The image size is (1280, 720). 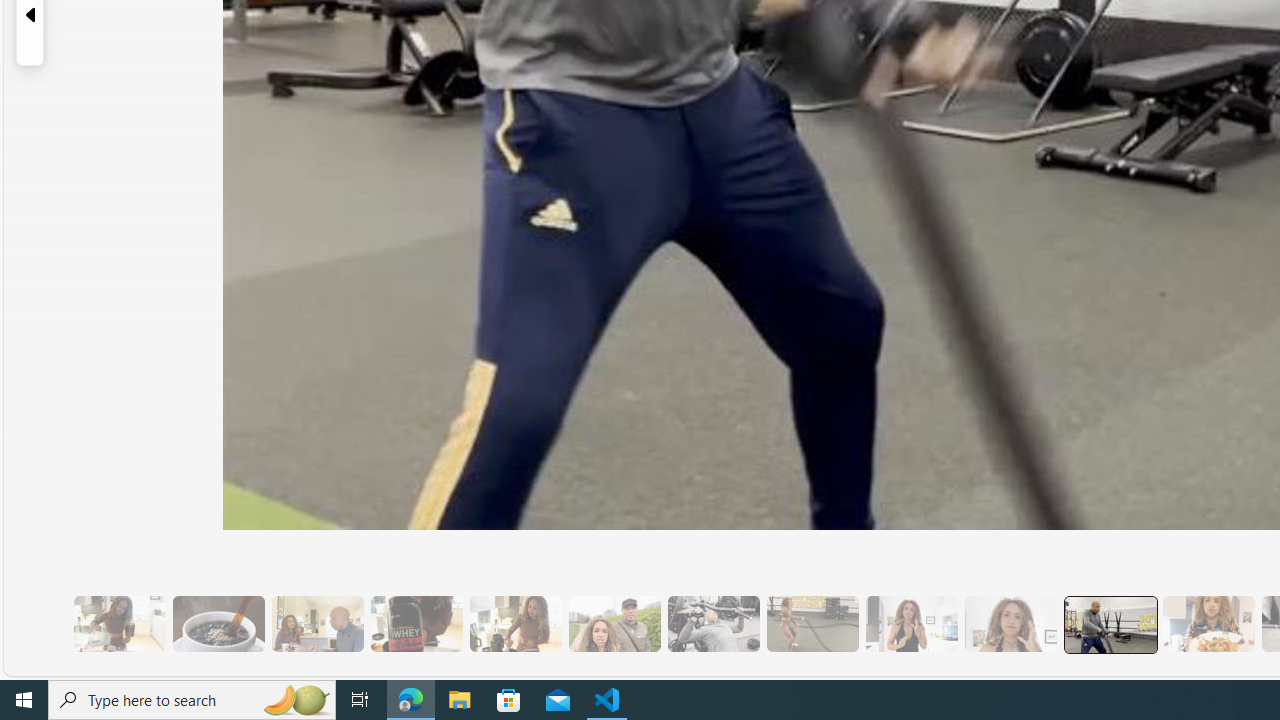 What do you see at coordinates (316, 623) in the screenshot?
I see `'5 She Eats Less Than Her Husband'` at bounding box center [316, 623].